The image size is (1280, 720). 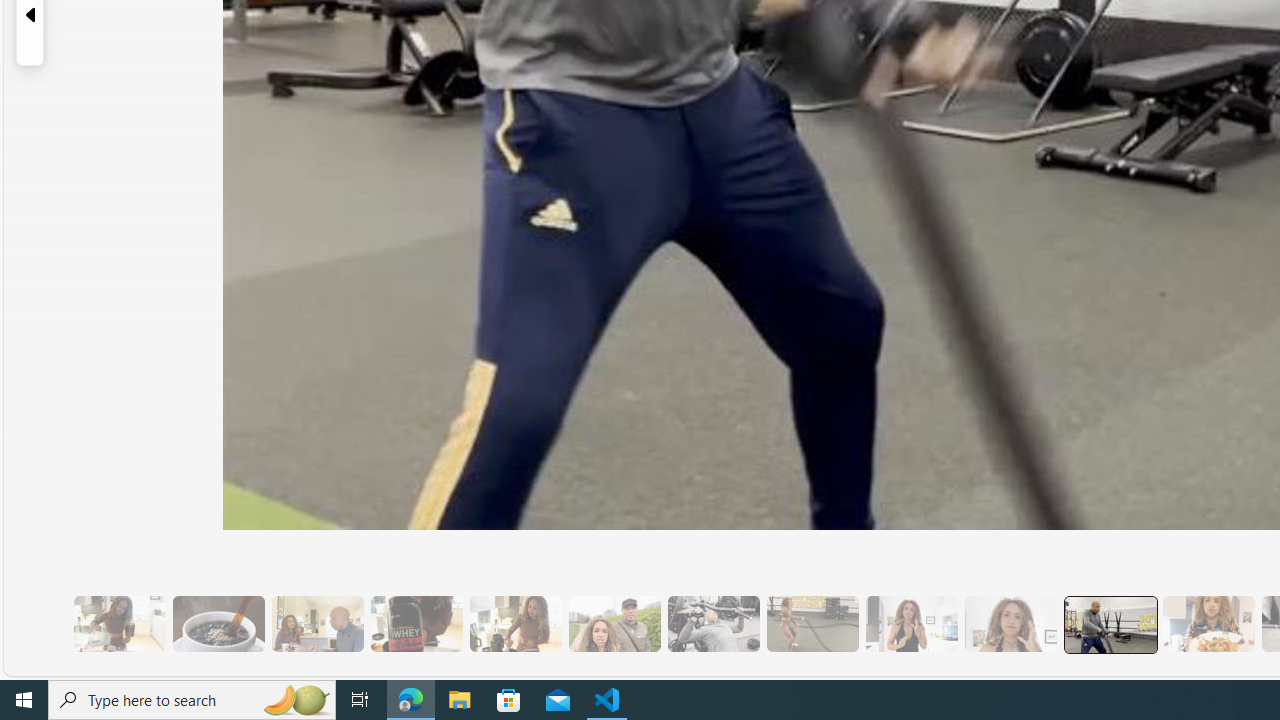 What do you see at coordinates (316, 623) in the screenshot?
I see `'5 She Eats Less Than Her Husband'` at bounding box center [316, 623].